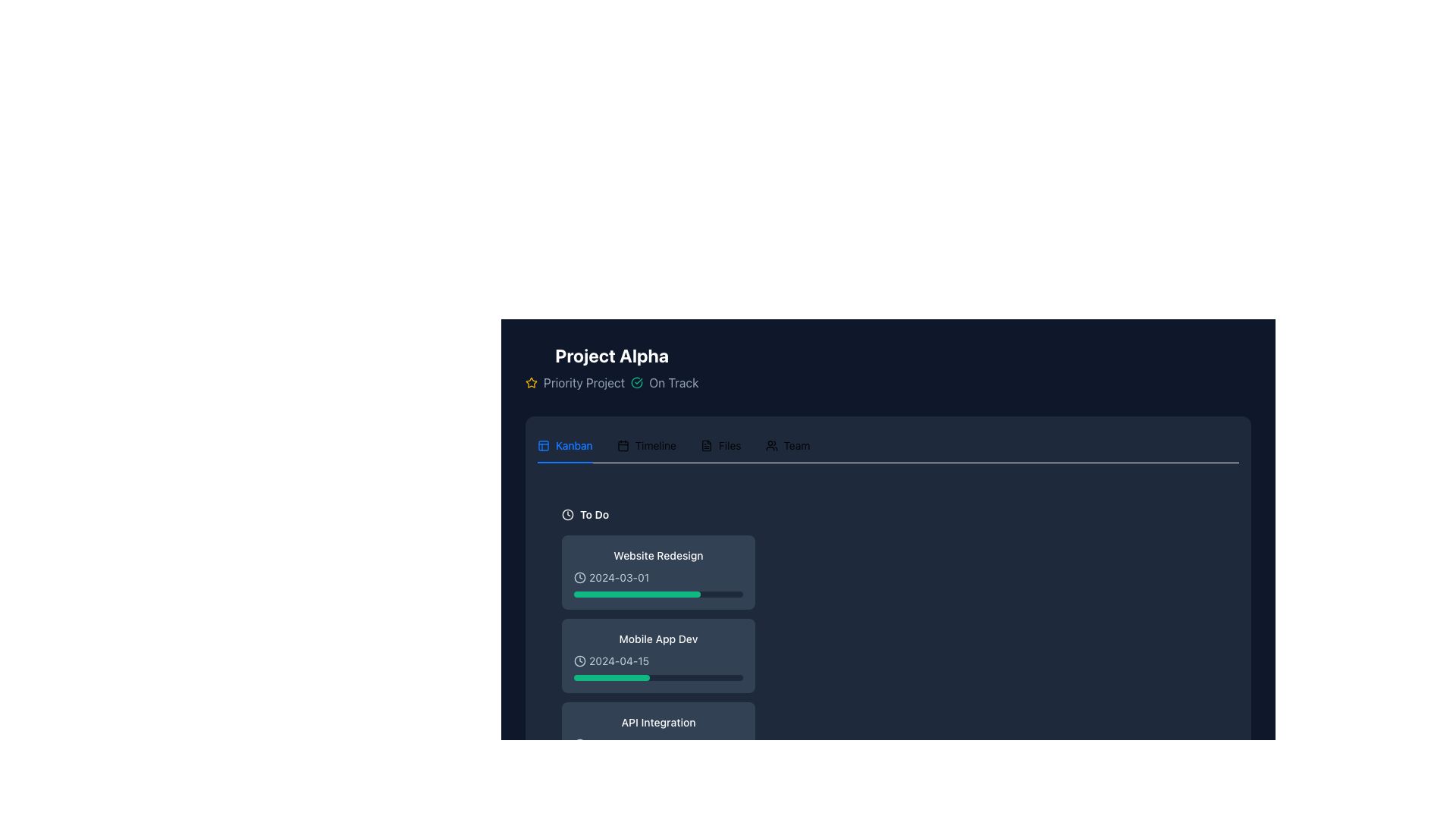  What do you see at coordinates (658, 677) in the screenshot?
I see `the progress represented by the horizontal progress bar with a dark slate background and green segment, located in the 'Mobile App Dev' card in the 'To Do' column, below the text '2024-04-15'` at bounding box center [658, 677].